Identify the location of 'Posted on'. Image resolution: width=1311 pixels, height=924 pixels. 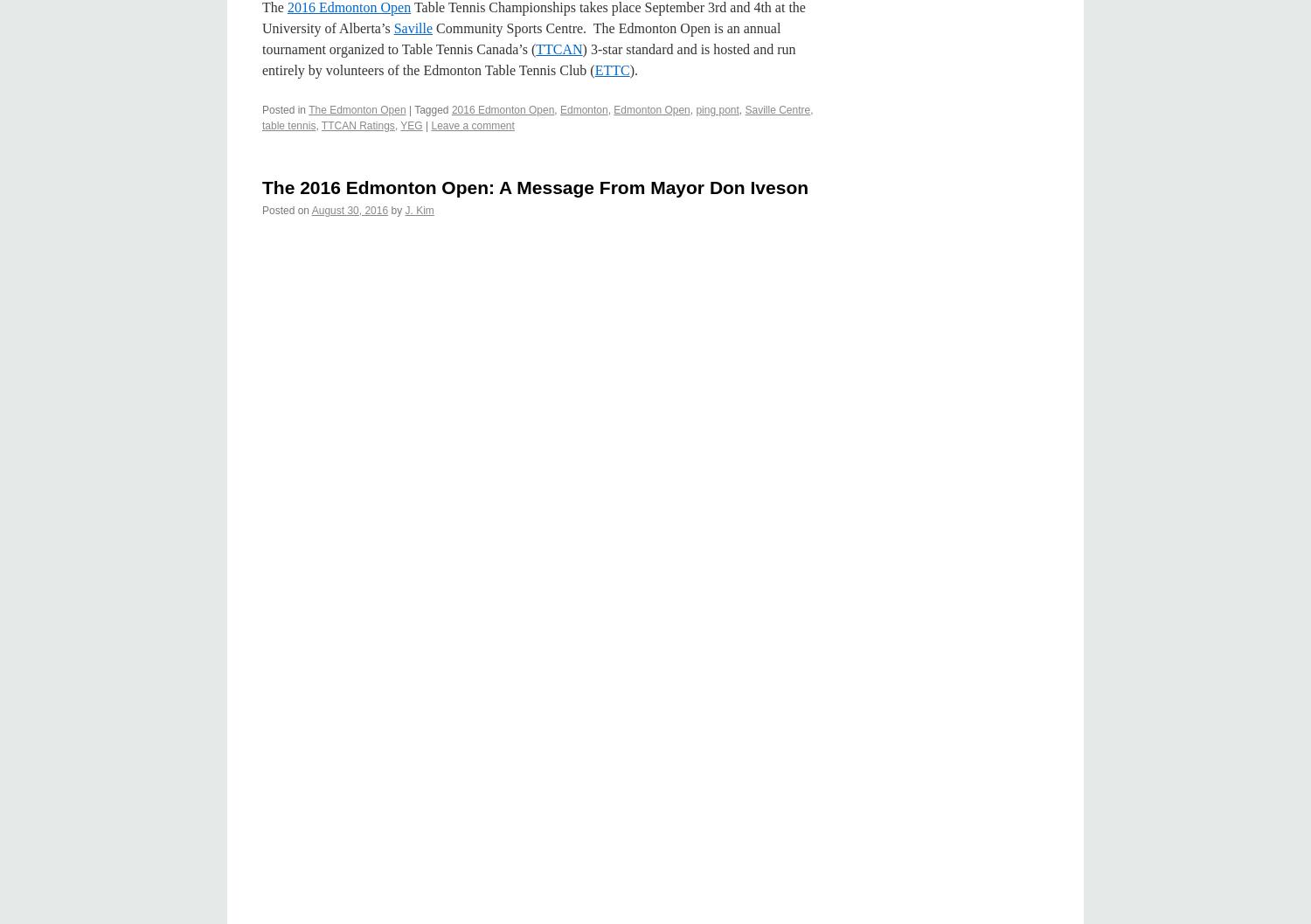
(285, 209).